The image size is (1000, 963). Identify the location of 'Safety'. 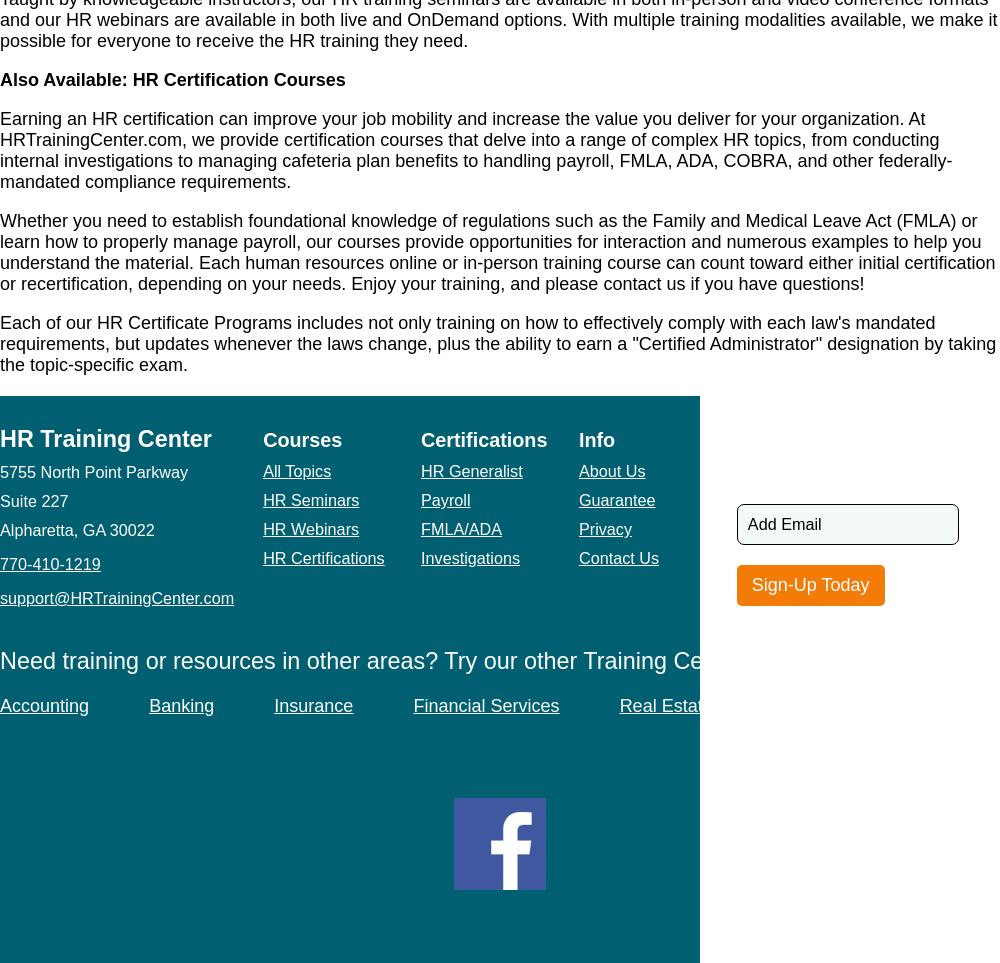
(933, 704).